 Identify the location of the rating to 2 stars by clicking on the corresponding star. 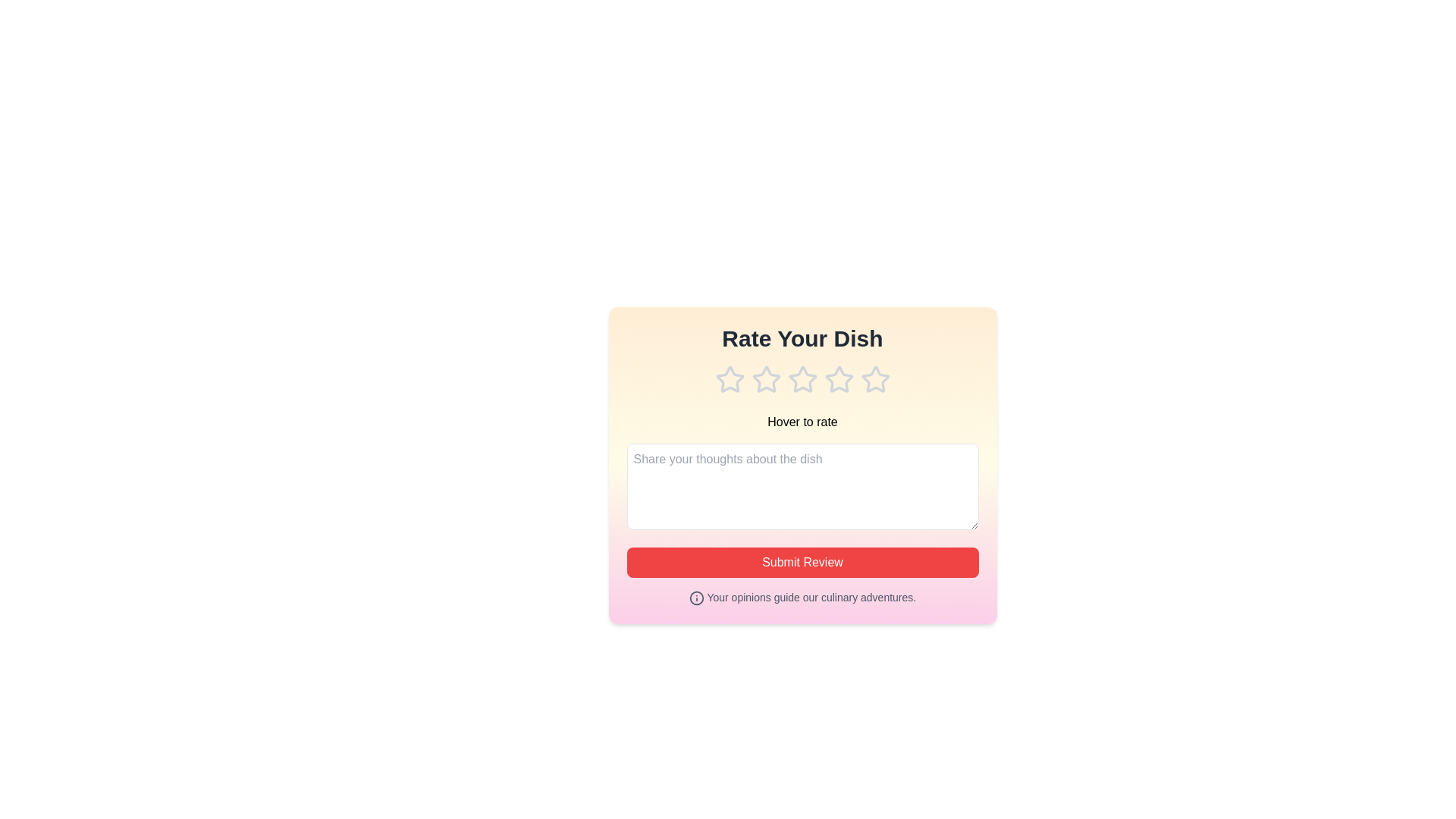
(766, 379).